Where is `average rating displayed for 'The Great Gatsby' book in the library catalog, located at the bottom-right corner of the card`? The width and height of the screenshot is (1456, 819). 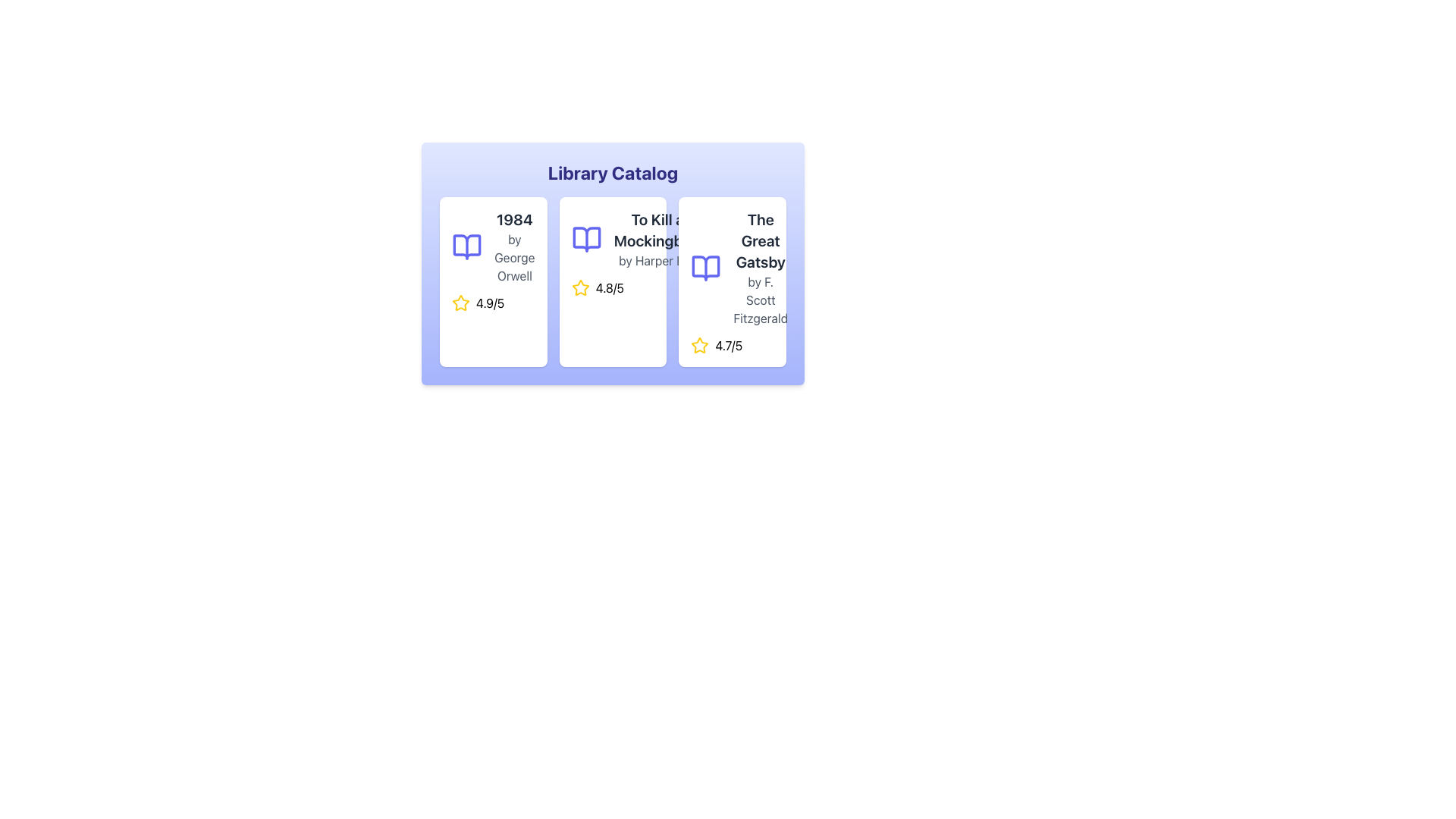 average rating displayed for 'The Great Gatsby' book in the library catalog, located at the bottom-right corner of the card is located at coordinates (733, 345).